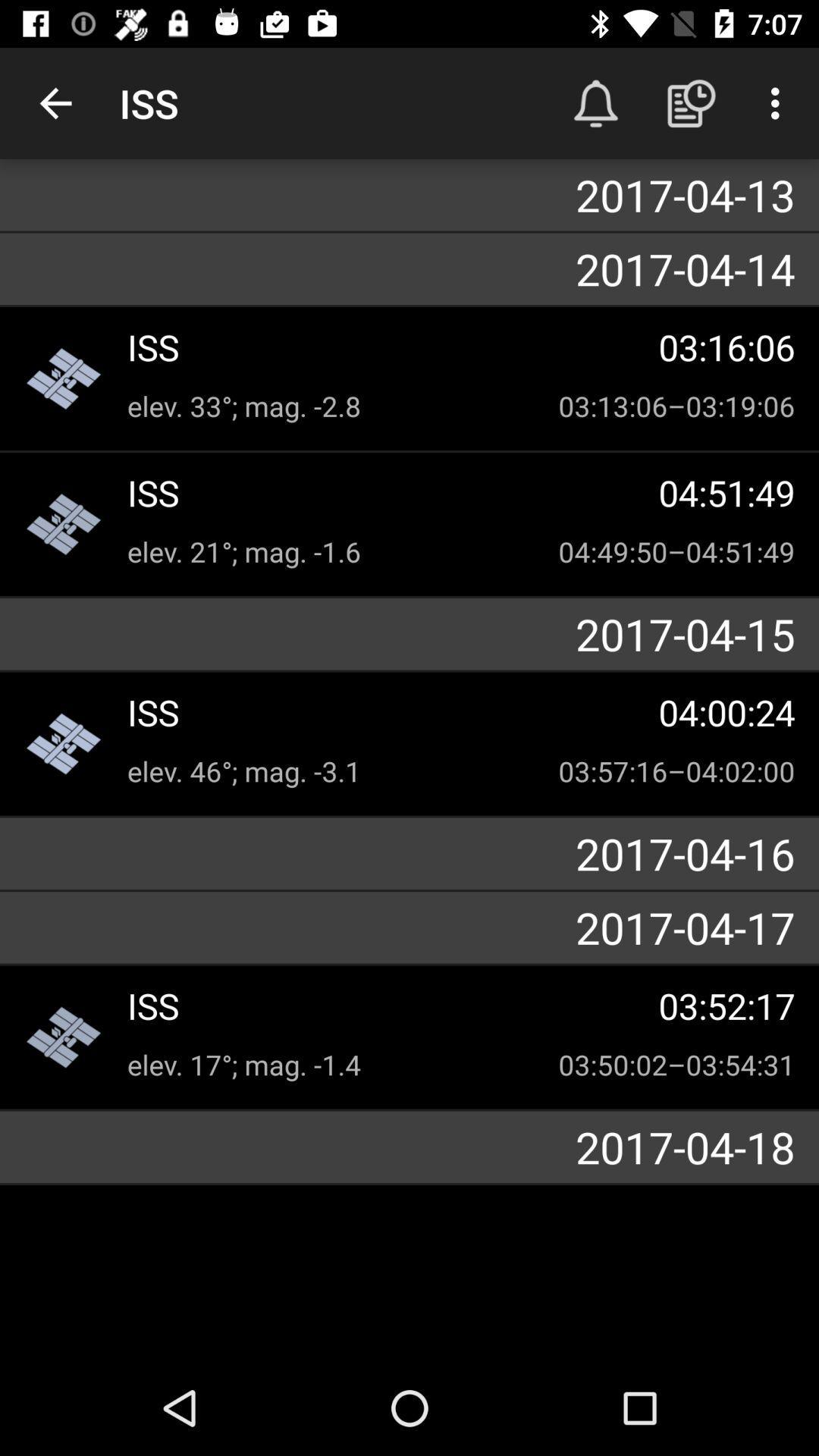 The height and width of the screenshot is (1456, 819). I want to click on icon above 2017-04-13 item, so click(779, 102).